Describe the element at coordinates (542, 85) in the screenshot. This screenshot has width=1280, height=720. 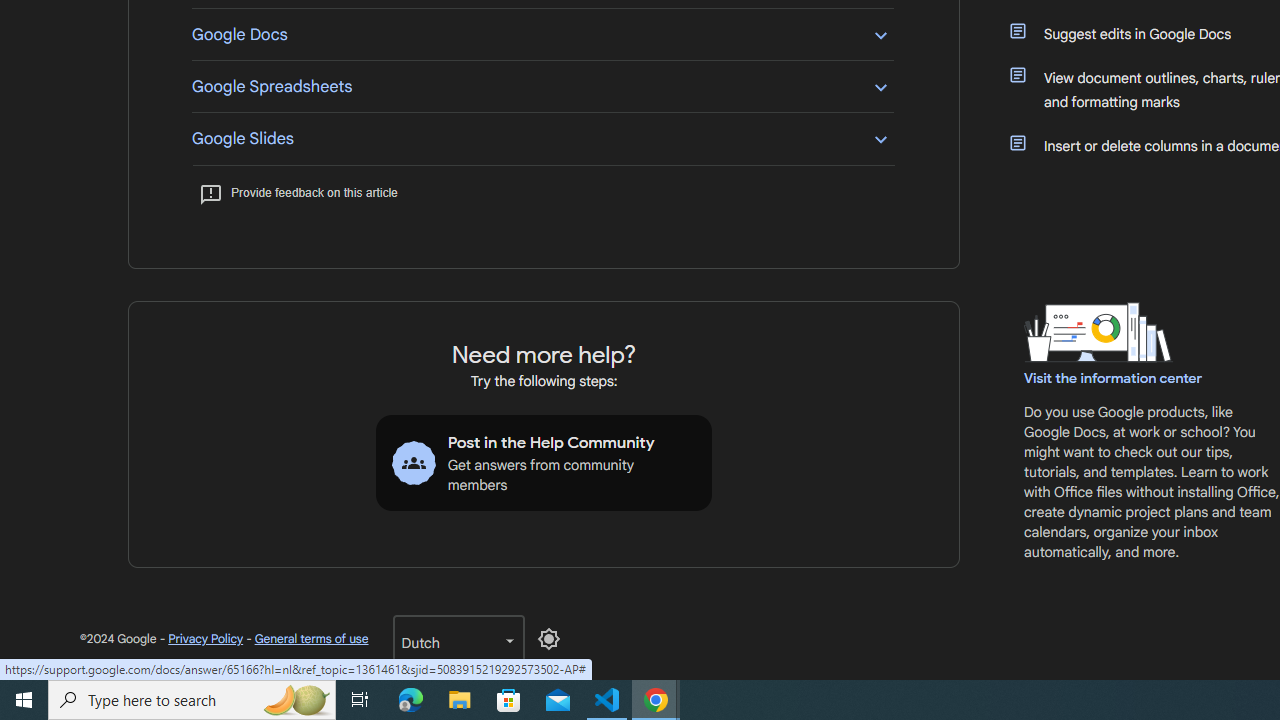
I see `'Google Spreadsheets'` at that location.